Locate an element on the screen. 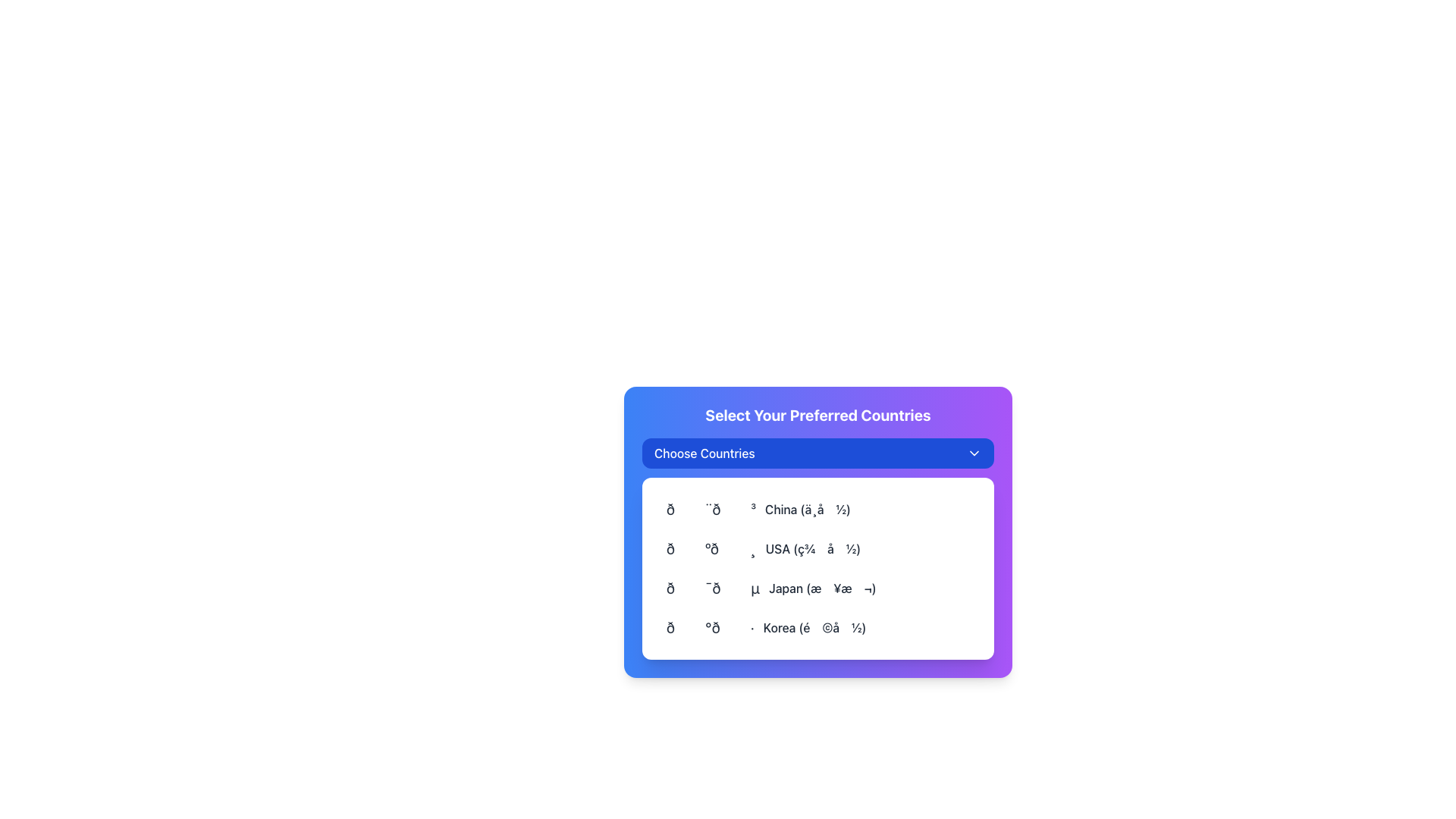 This screenshot has height=819, width=1456. the Text label that identifies the list item associated with the country 'China', located in the second item of the list under the blue 'Choose Countries' bar is located at coordinates (807, 509).